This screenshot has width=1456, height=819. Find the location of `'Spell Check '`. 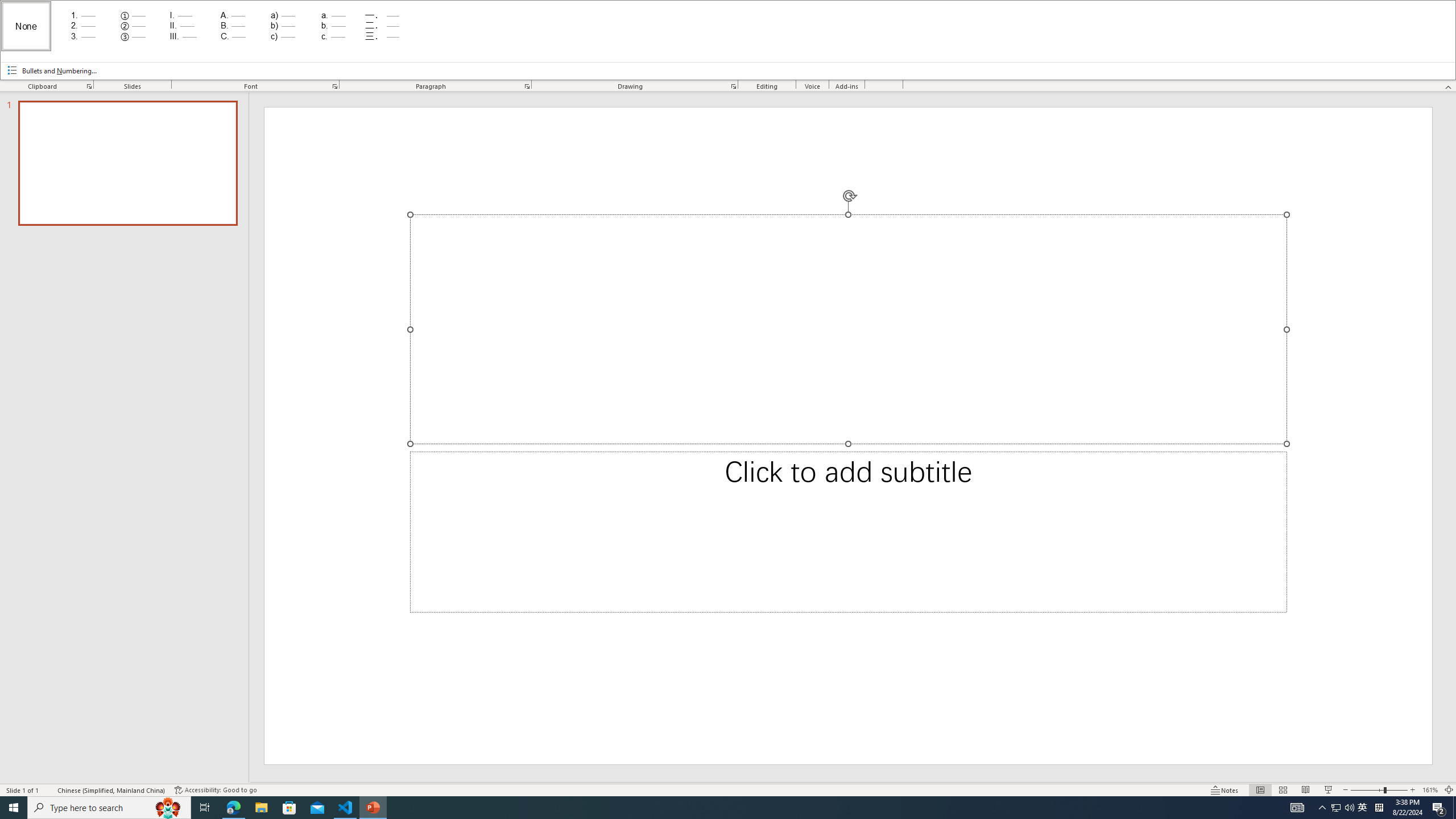

'Spell Check ' is located at coordinates (49, 790).